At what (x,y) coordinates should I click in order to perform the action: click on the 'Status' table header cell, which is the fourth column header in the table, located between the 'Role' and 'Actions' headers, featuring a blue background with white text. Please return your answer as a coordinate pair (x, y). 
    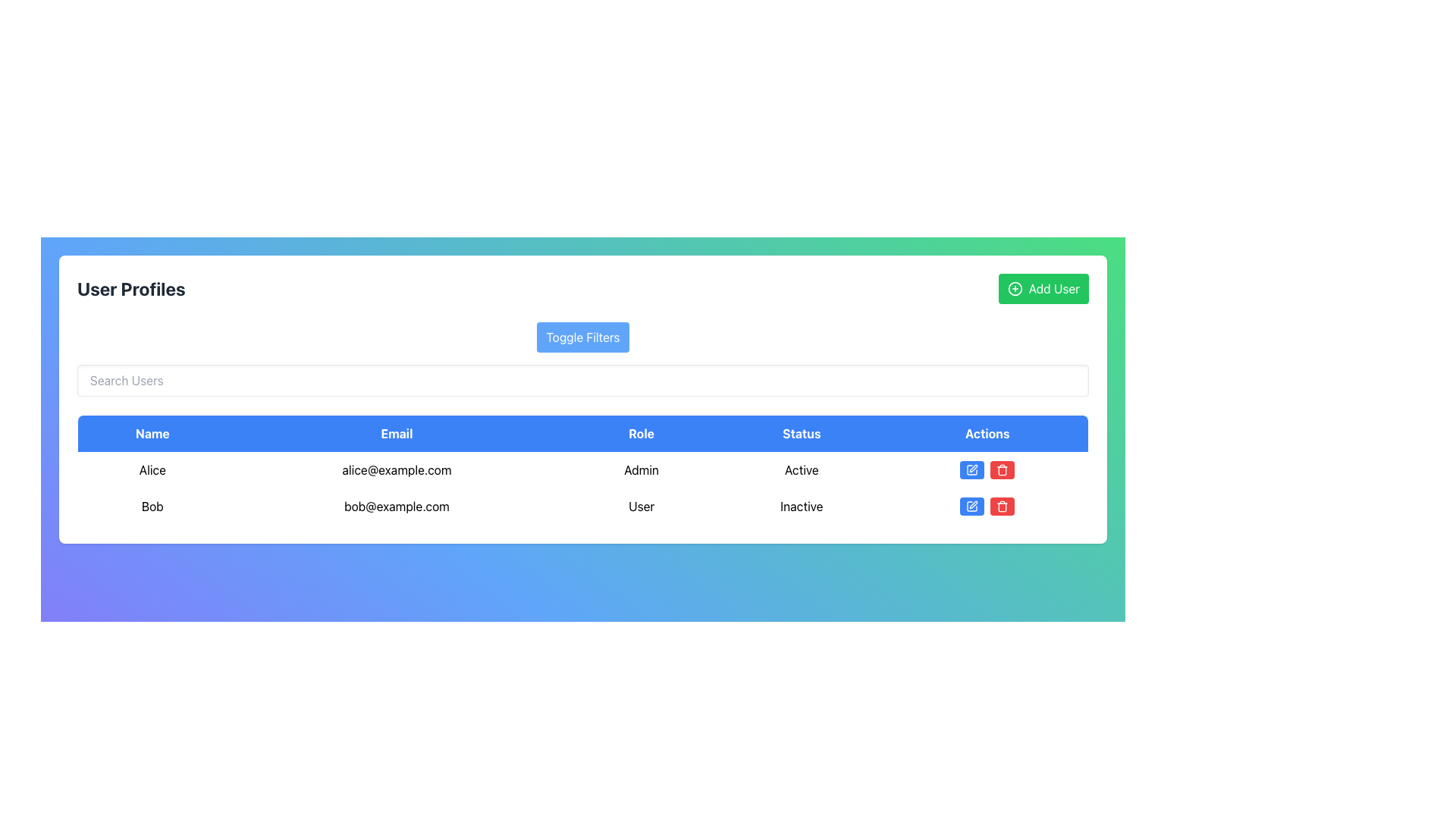
    Looking at the image, I should click on (801, 433).